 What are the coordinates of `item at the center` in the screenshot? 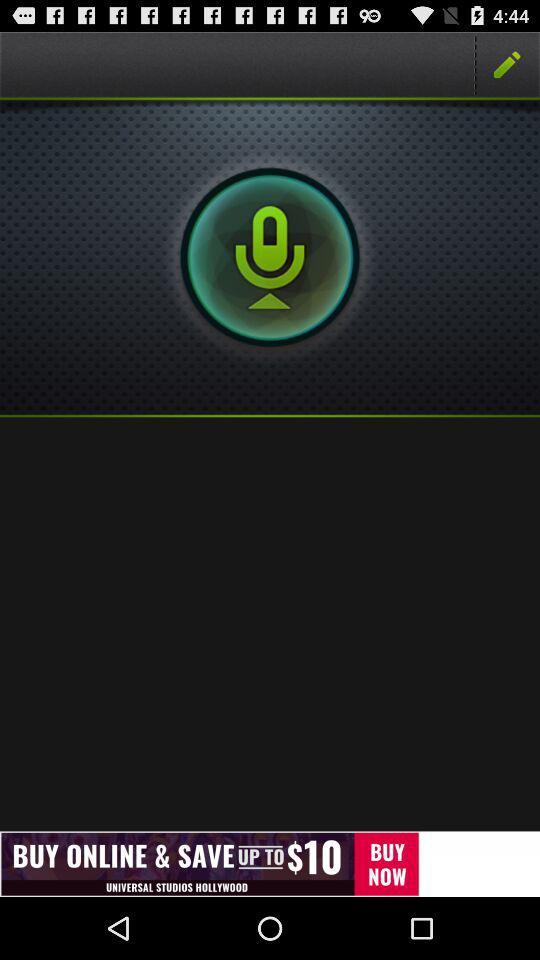 It's located at (270, 623).